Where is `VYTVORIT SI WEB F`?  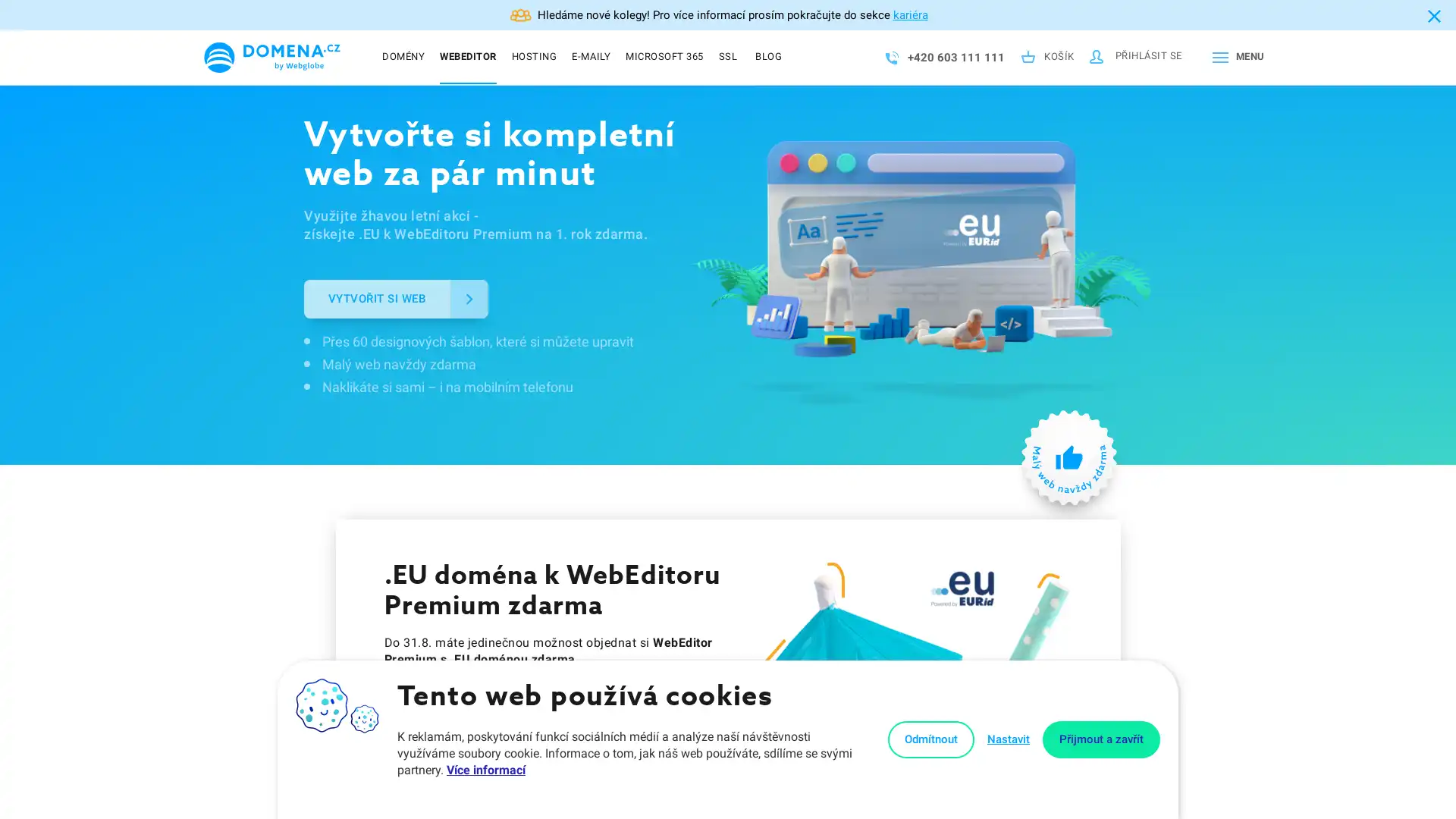 VYTVORIT SI WEB F is located at coordinates (396, 298).